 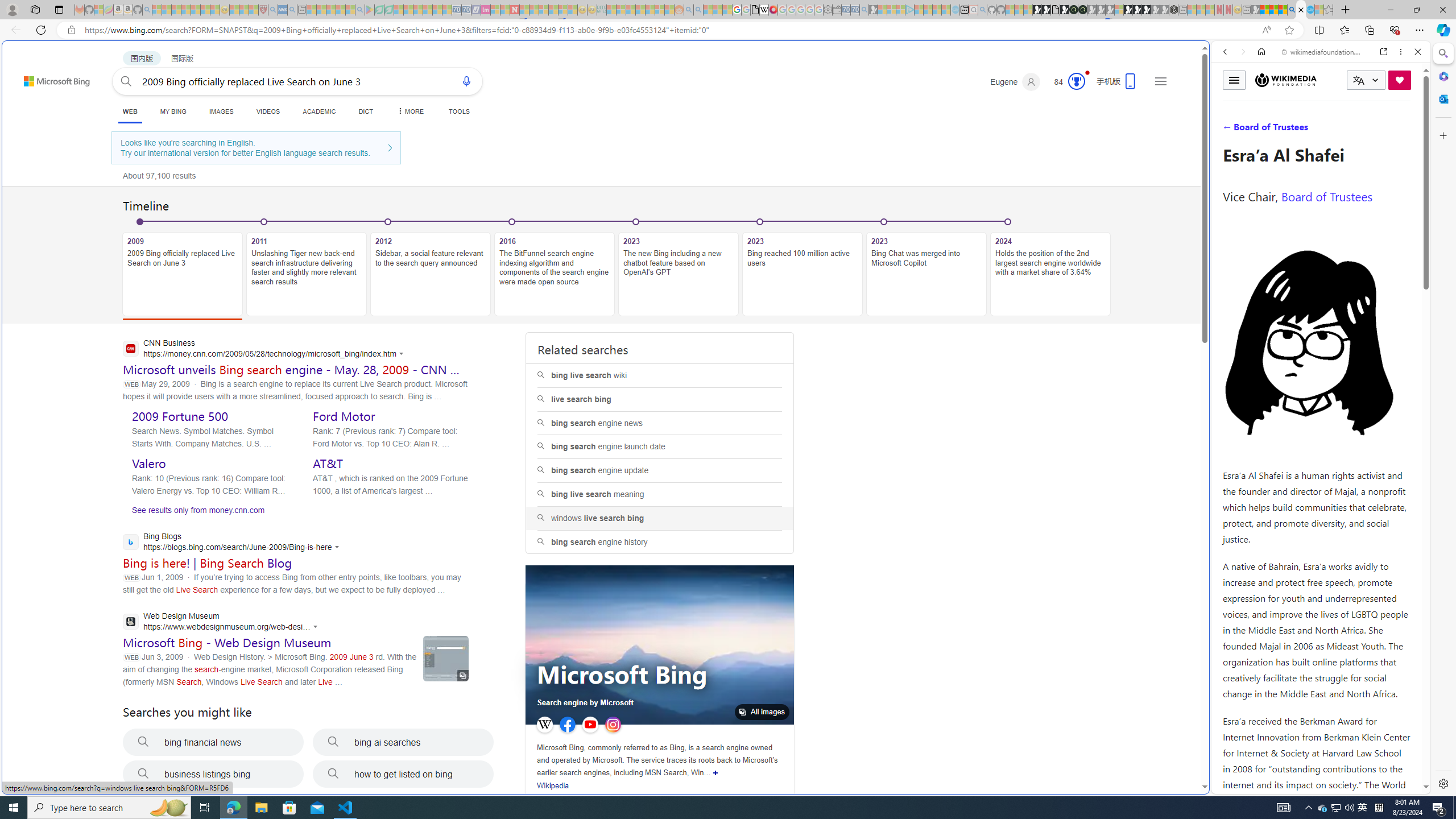 What do you see at coordinates (872, 9) in the screenshot?
I see `'Microsoft Start Gaming - Sleeping'` at bounding box center [872, 9].